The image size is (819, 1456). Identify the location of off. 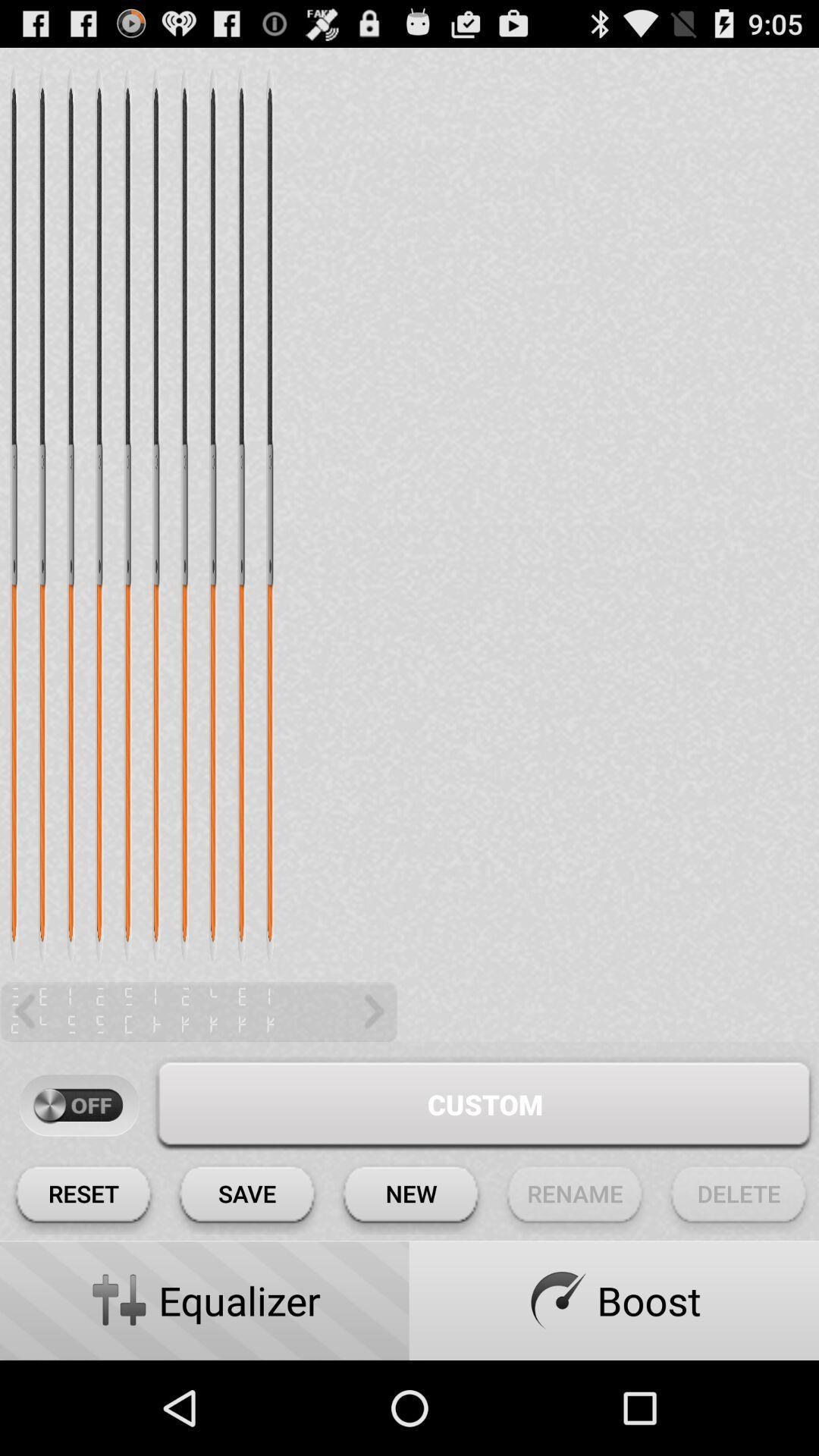
(79, 1106).